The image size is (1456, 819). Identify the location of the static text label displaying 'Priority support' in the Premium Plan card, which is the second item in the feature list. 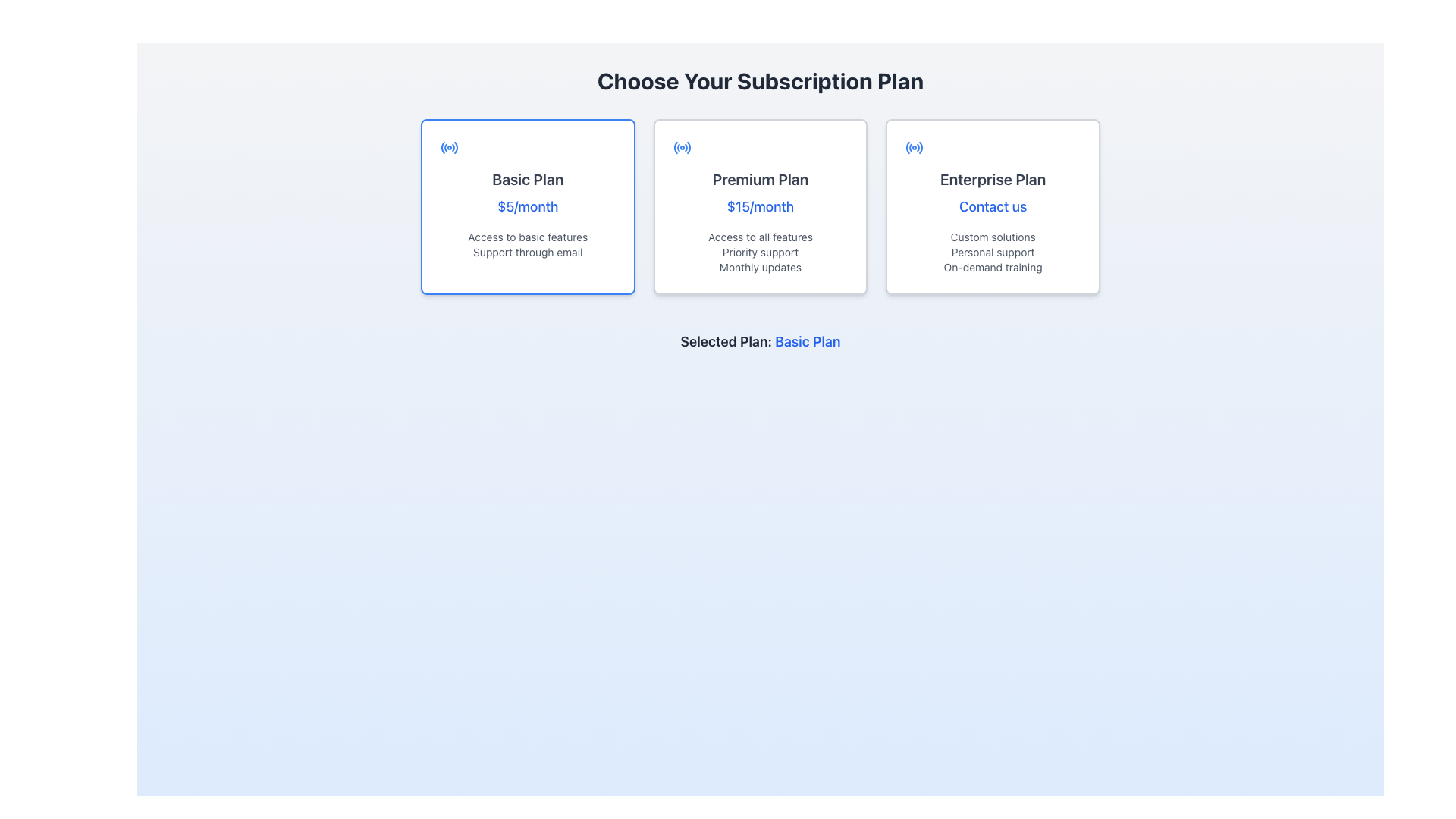
(761, 251).